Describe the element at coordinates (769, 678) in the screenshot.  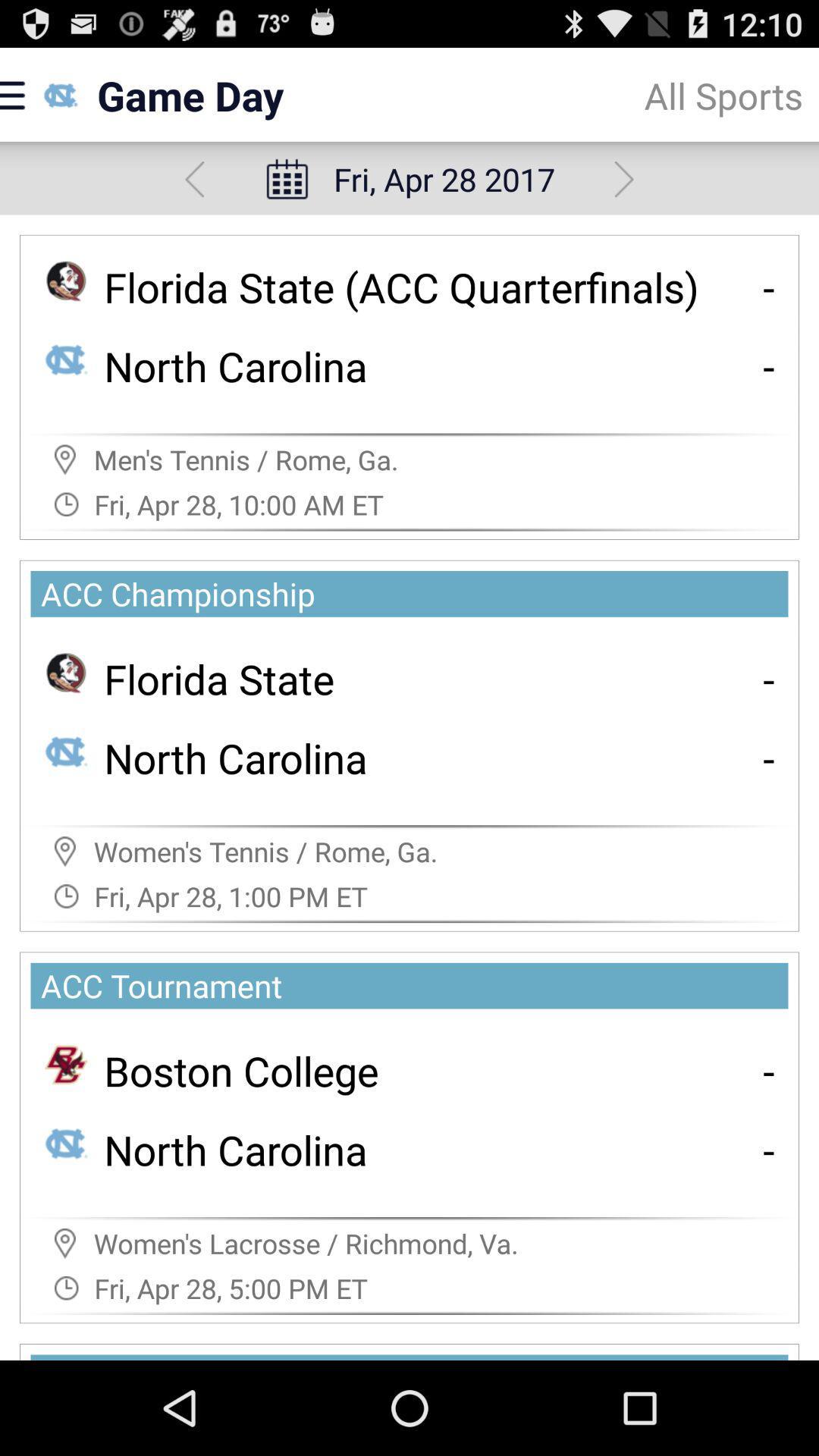
I see `the icon above - item` at that location.